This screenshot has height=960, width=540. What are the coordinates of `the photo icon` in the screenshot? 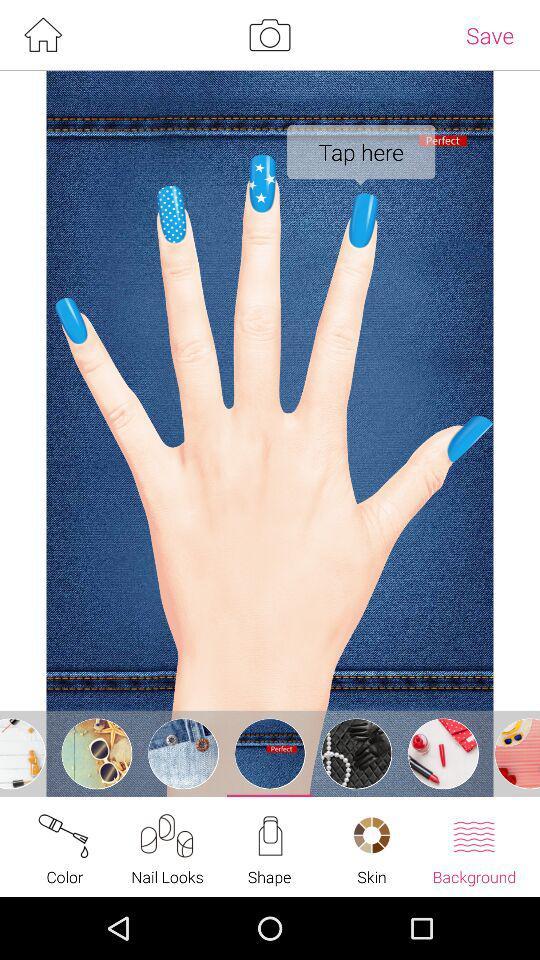 It's located at (269, 36).